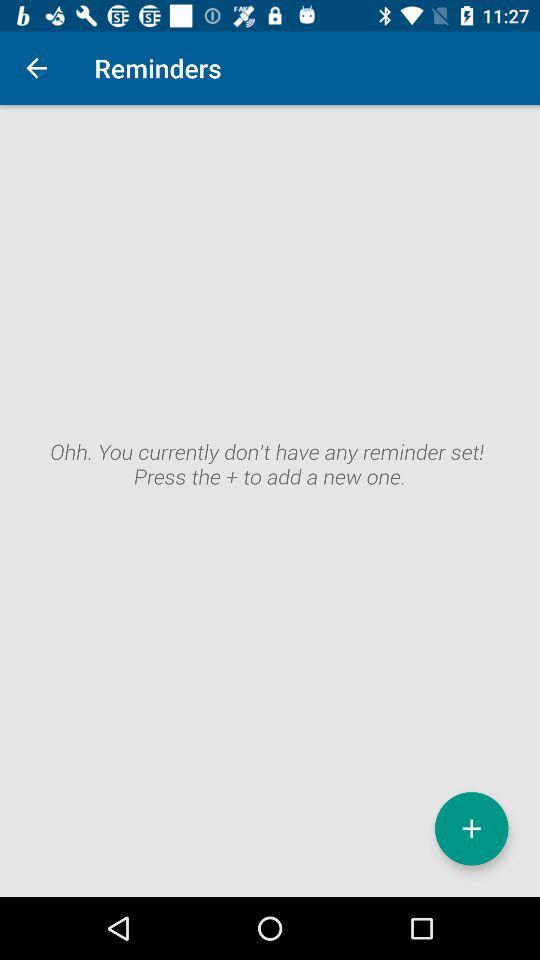 The height and width of the screenshot is (960, 540). Describe the element at coordinates (270, 500) in the screenshot. I see `check remainders` at that location.